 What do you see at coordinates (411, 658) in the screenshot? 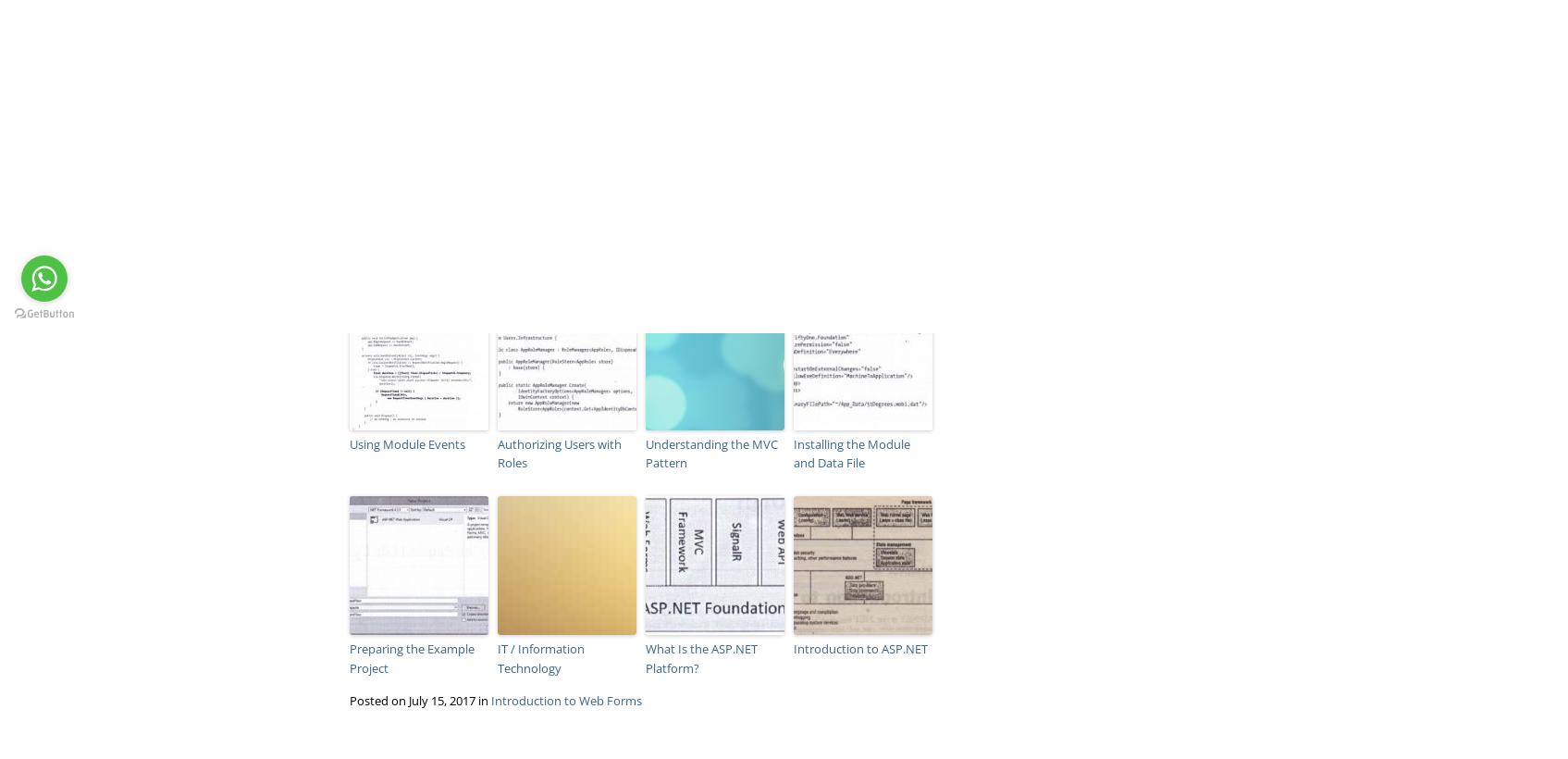
I see `'Preparing the Example Project'` at bounding box center [411, 658].